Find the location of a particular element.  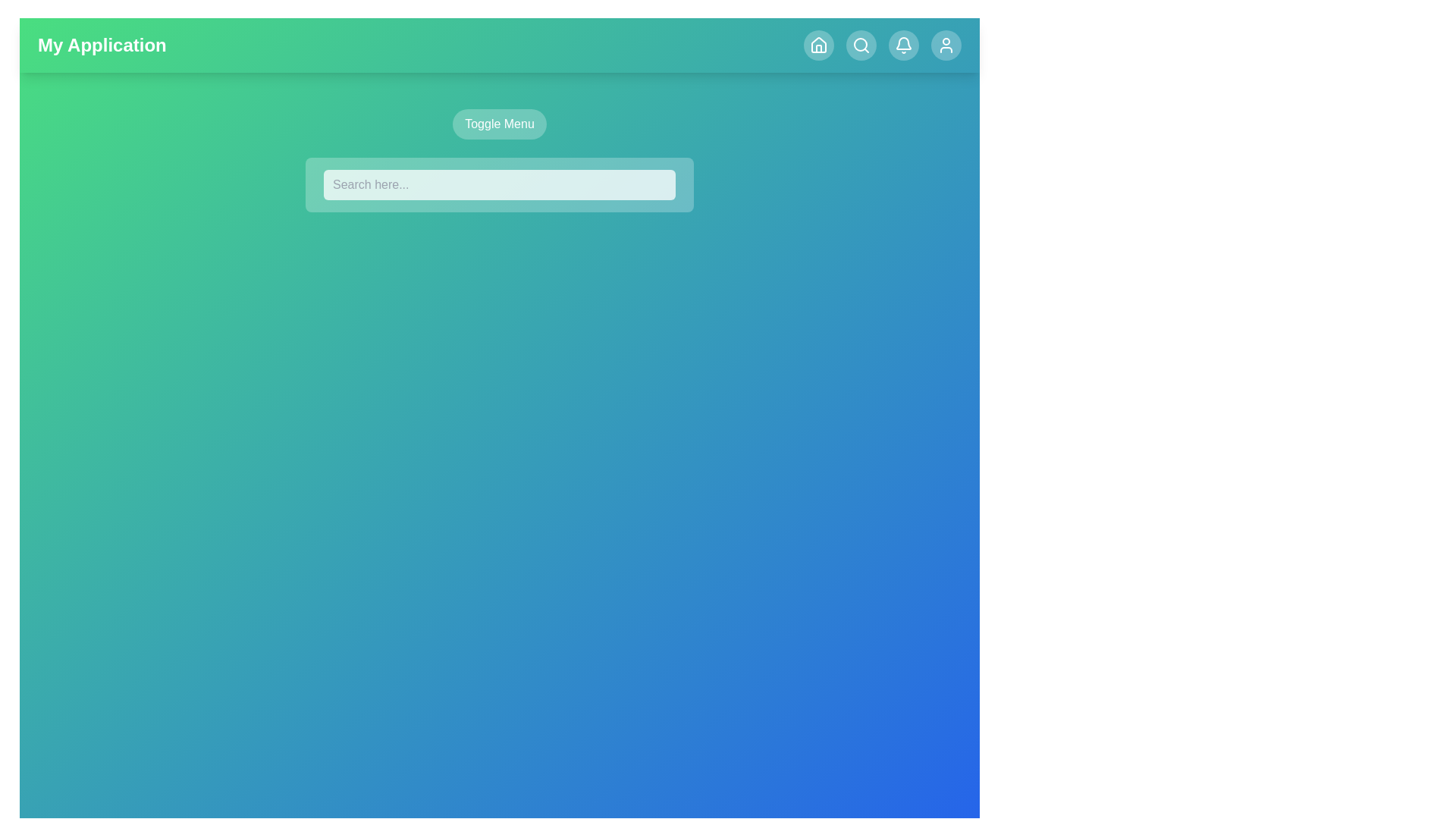

the 'Toggle Menu' button to toggle the visibility of the menu is located at coordinates (499, 124).